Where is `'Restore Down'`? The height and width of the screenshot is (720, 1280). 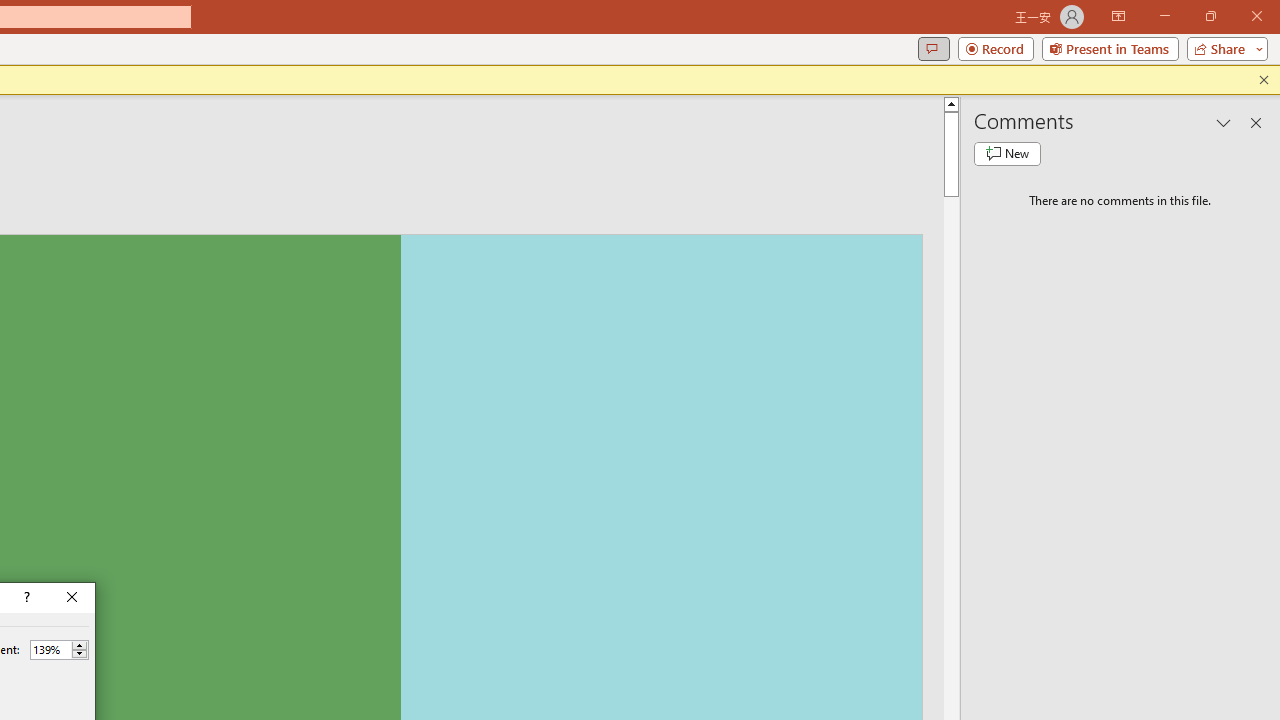
'Restore Down' is located at coordinates (1209, 16).